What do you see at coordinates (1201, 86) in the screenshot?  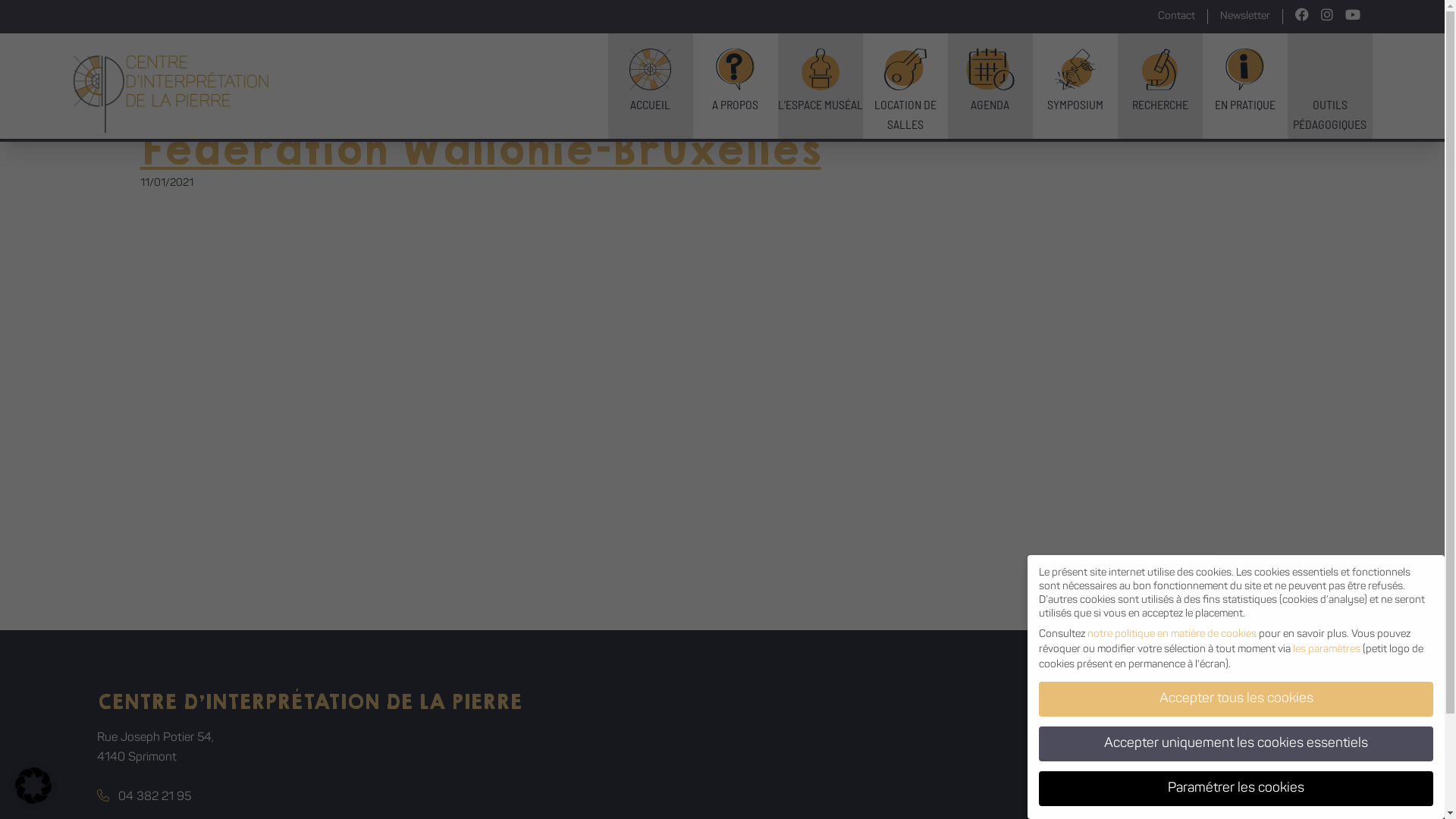 I see `'EN PRATIQUE'` at bounding box center [1201, 86].